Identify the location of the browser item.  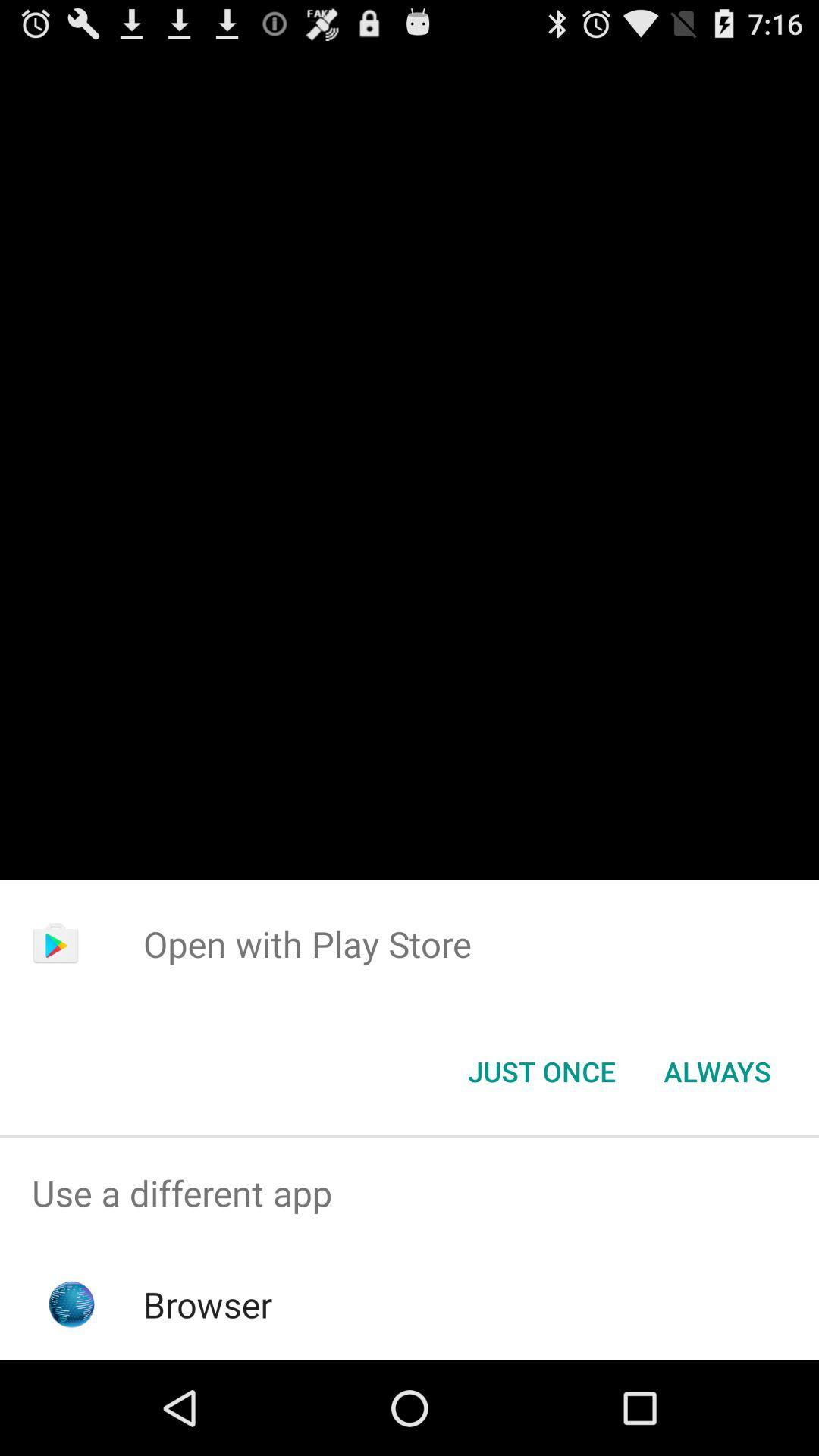
(208, 1304).